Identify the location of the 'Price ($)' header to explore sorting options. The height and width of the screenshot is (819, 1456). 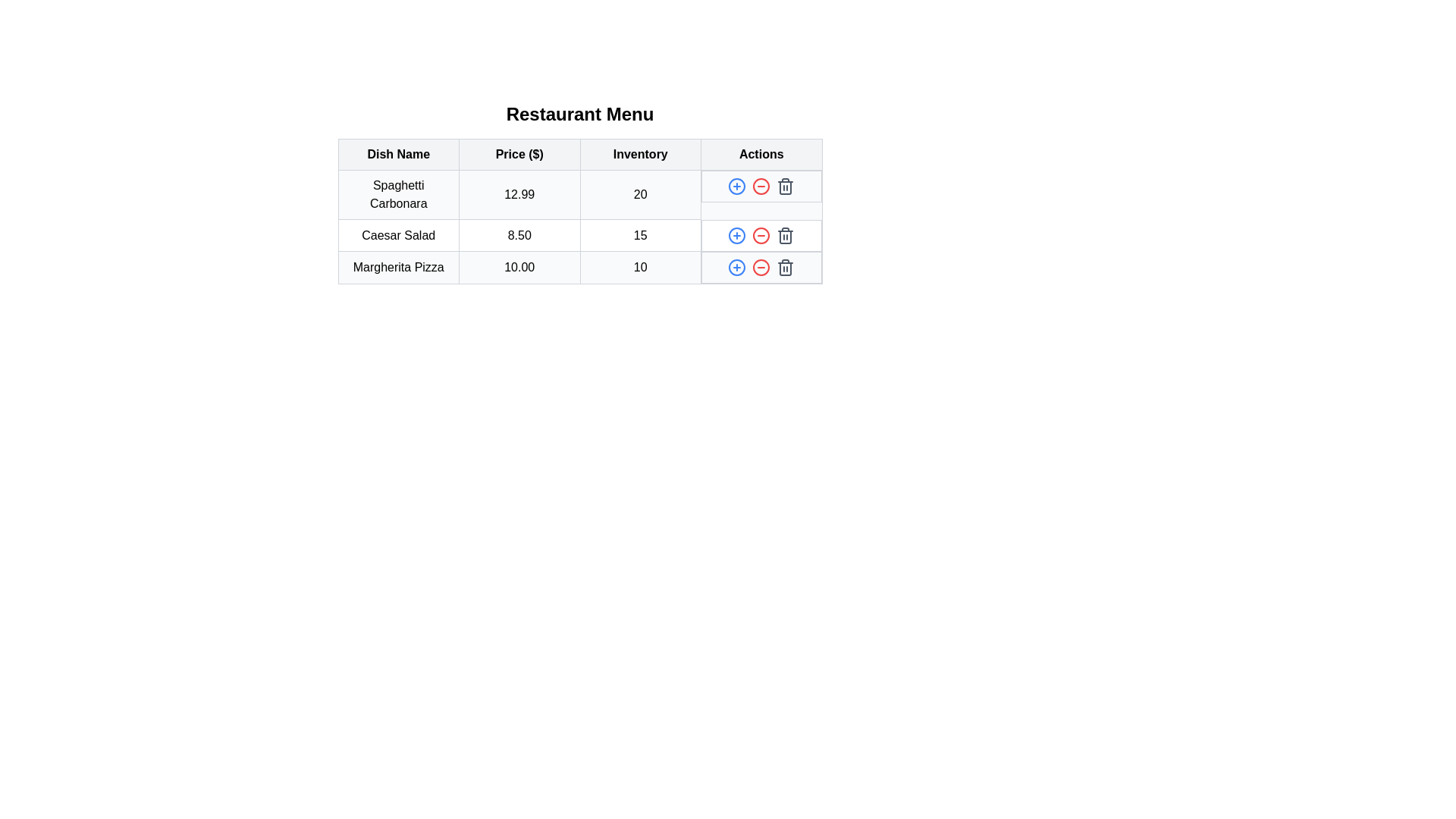
(519, 155).